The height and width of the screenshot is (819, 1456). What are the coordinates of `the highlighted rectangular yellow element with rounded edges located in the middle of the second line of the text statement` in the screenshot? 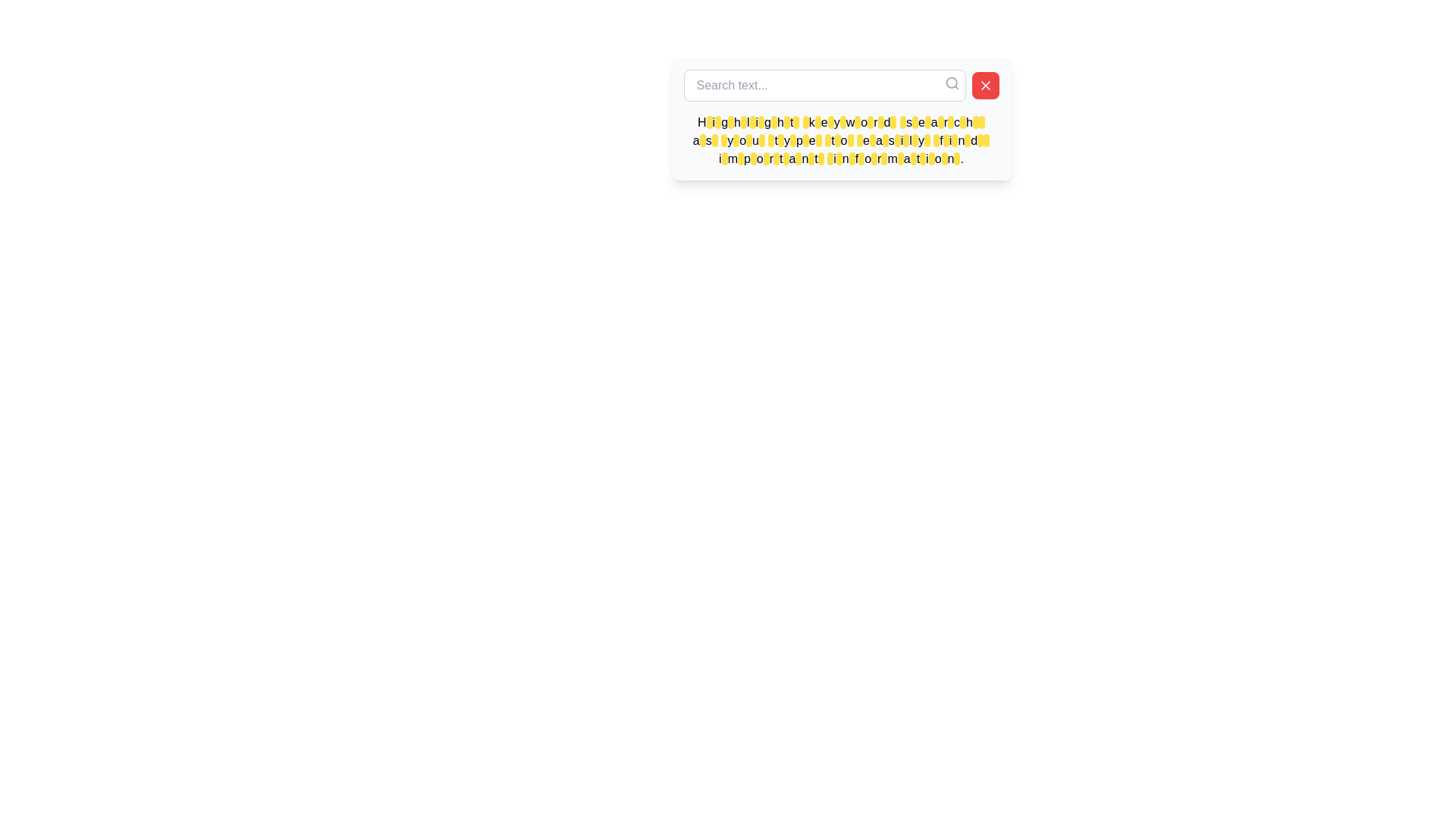 It's located at (872, 140).